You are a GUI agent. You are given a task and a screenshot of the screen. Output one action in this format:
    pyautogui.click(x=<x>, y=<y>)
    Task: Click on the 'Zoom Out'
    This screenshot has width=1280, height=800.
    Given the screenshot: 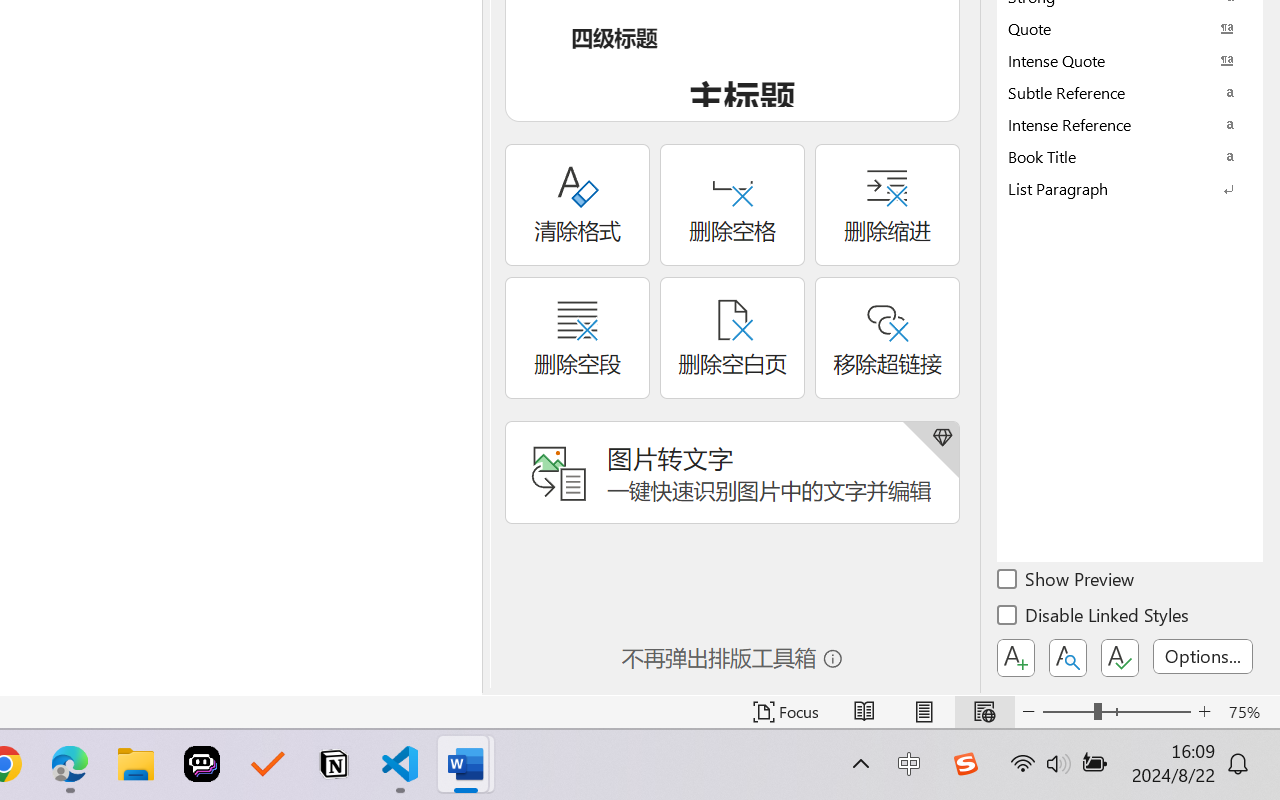 What is the action you would take?
    pyautogui.click(x=1067, y=711)
    